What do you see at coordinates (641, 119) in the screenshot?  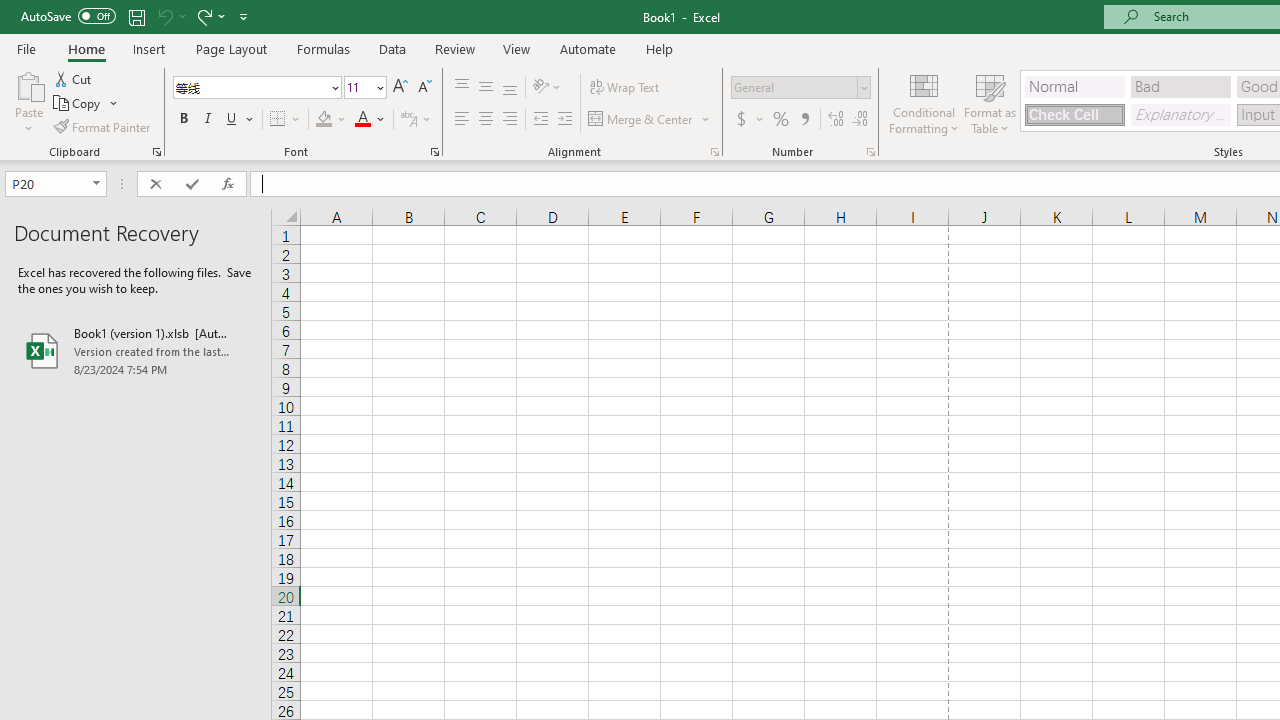 I see `'Merge & Center'` at bounding box center [641, 119].